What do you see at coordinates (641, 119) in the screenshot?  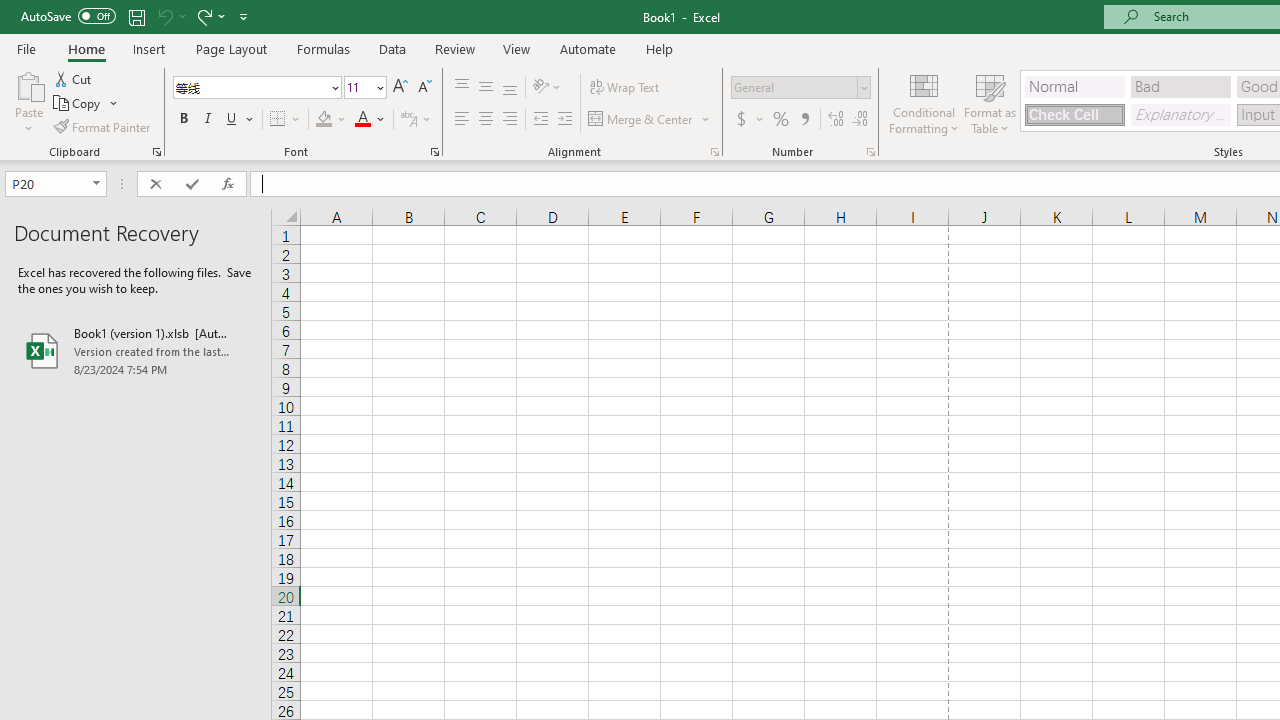 I see `'Merge & Center'` at bounding box center [641, 119].